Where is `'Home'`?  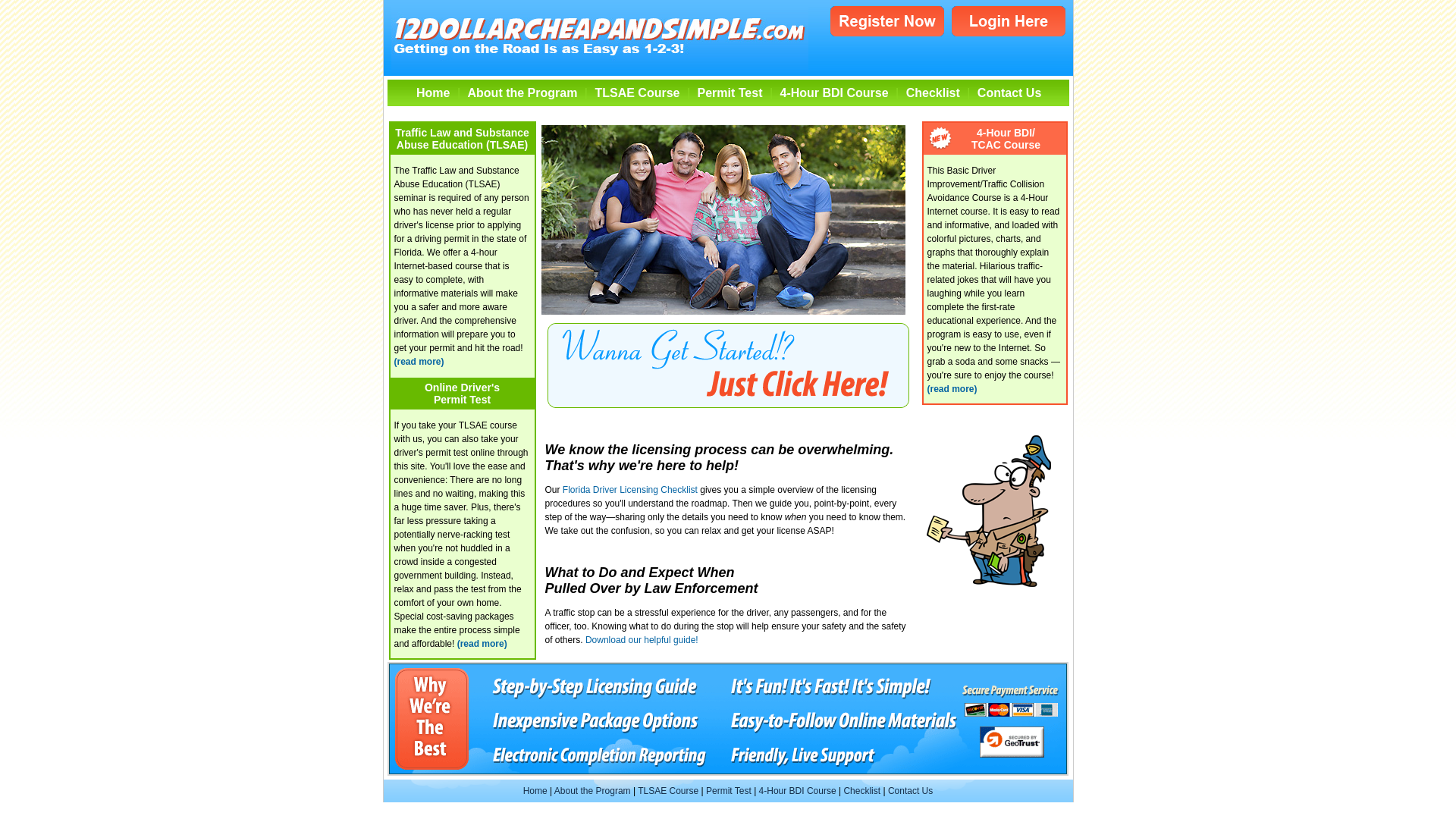
'Home' is located at coordinates (432, 93).